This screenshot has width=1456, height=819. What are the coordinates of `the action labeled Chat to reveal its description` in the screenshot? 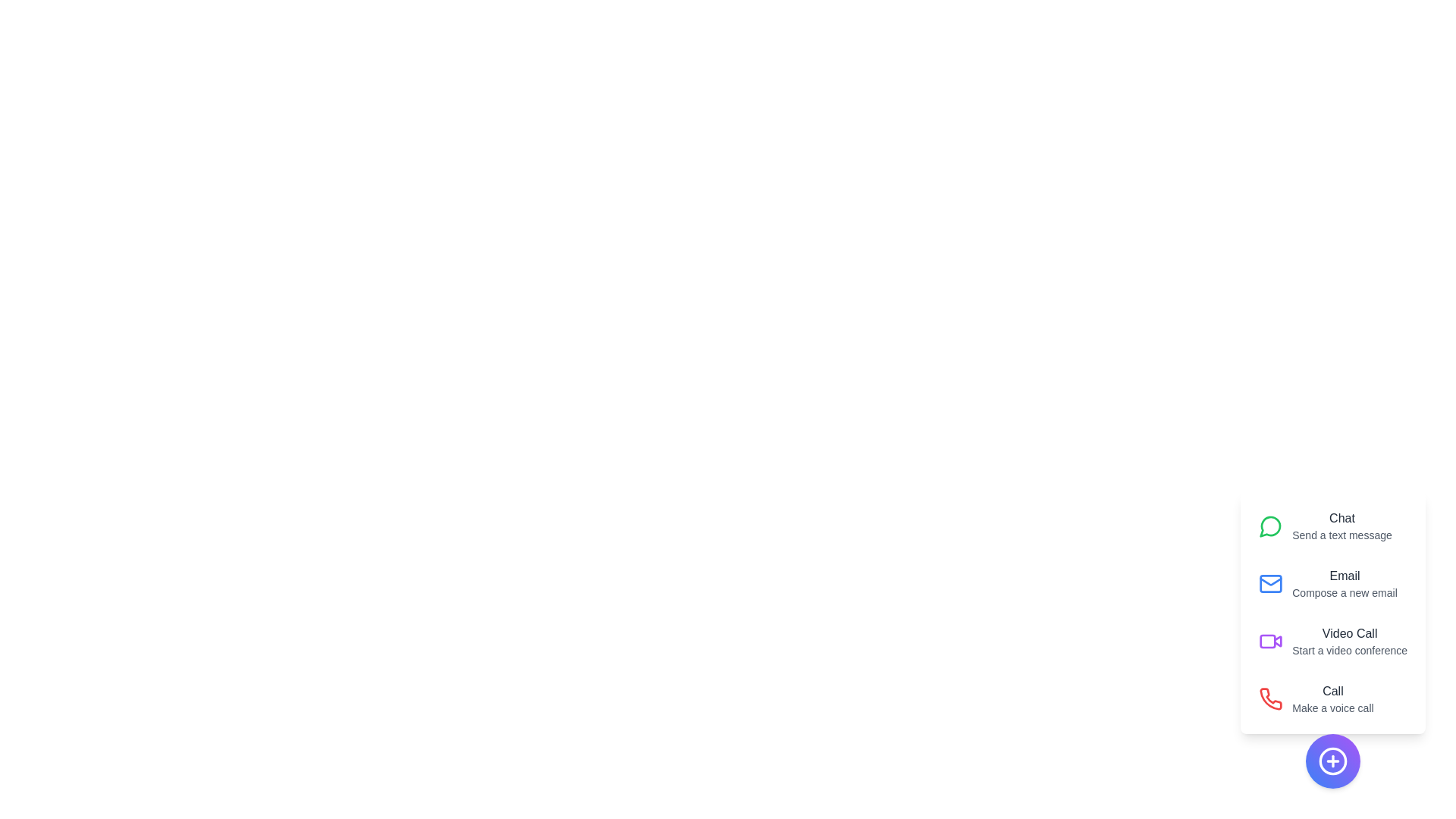 It's located at (1332, 526).